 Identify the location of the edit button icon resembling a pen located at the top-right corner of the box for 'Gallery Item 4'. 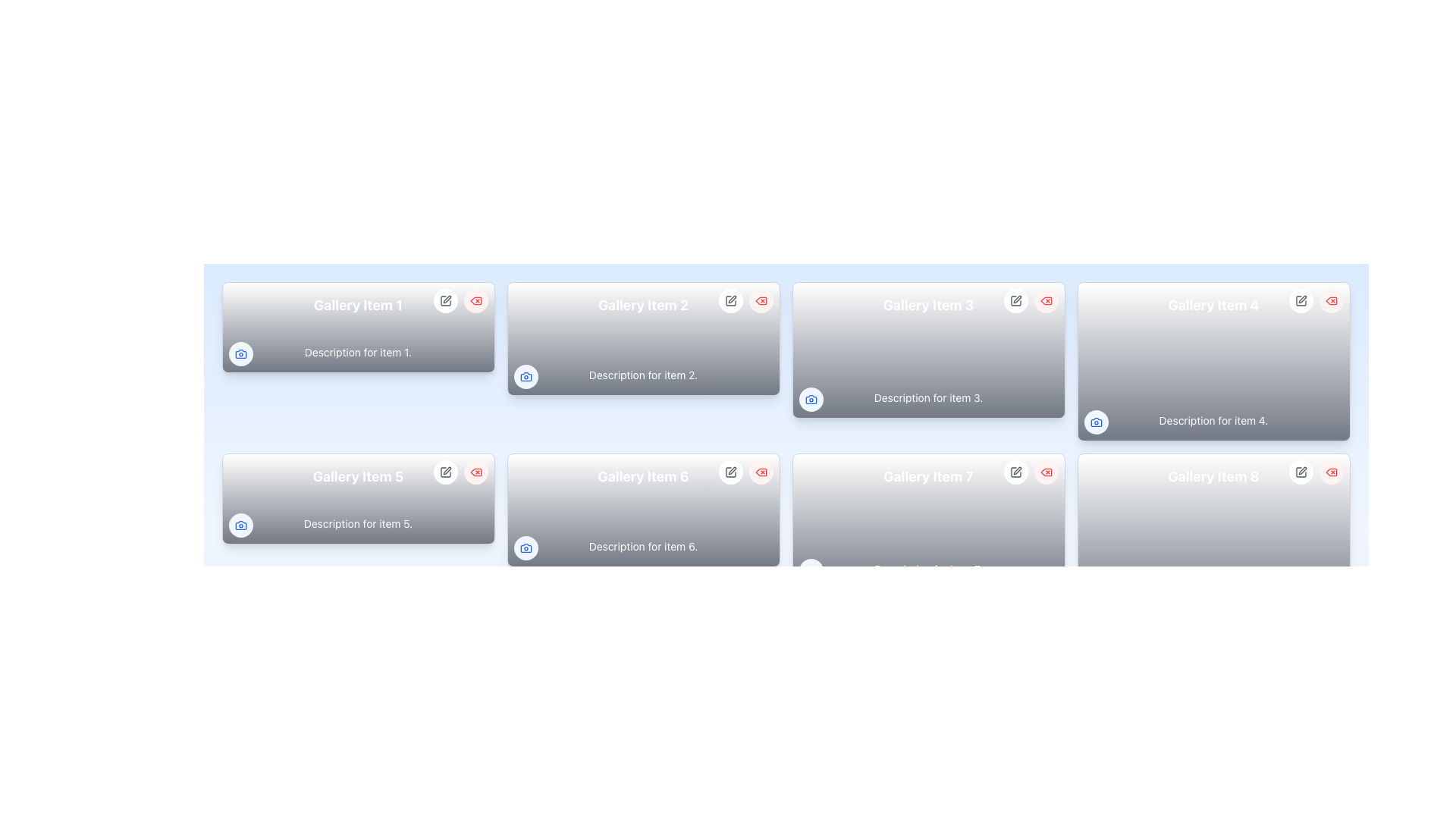
(1300, 301).